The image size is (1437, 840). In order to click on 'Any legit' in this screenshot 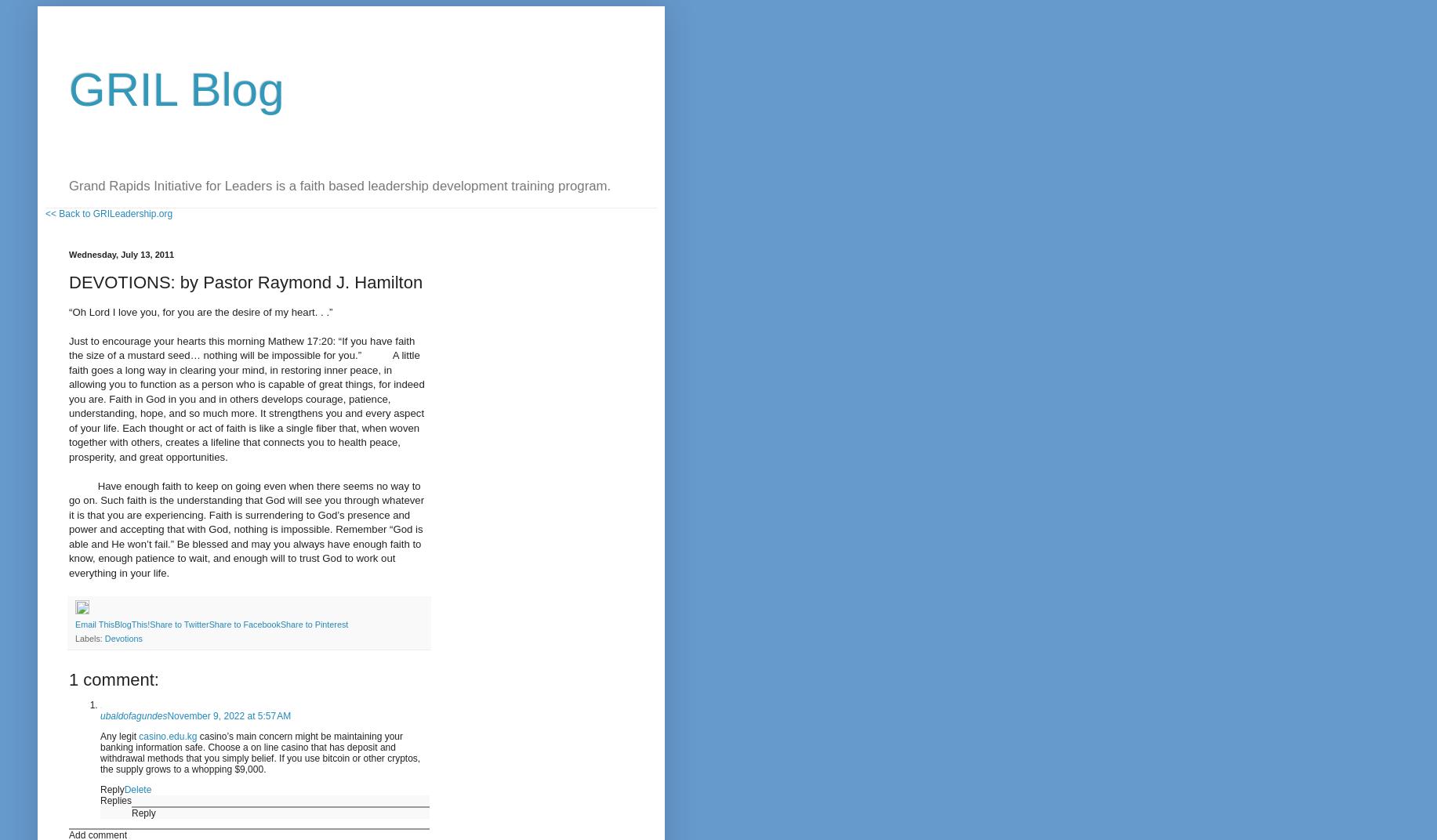, I will do `click(118, 735)`.